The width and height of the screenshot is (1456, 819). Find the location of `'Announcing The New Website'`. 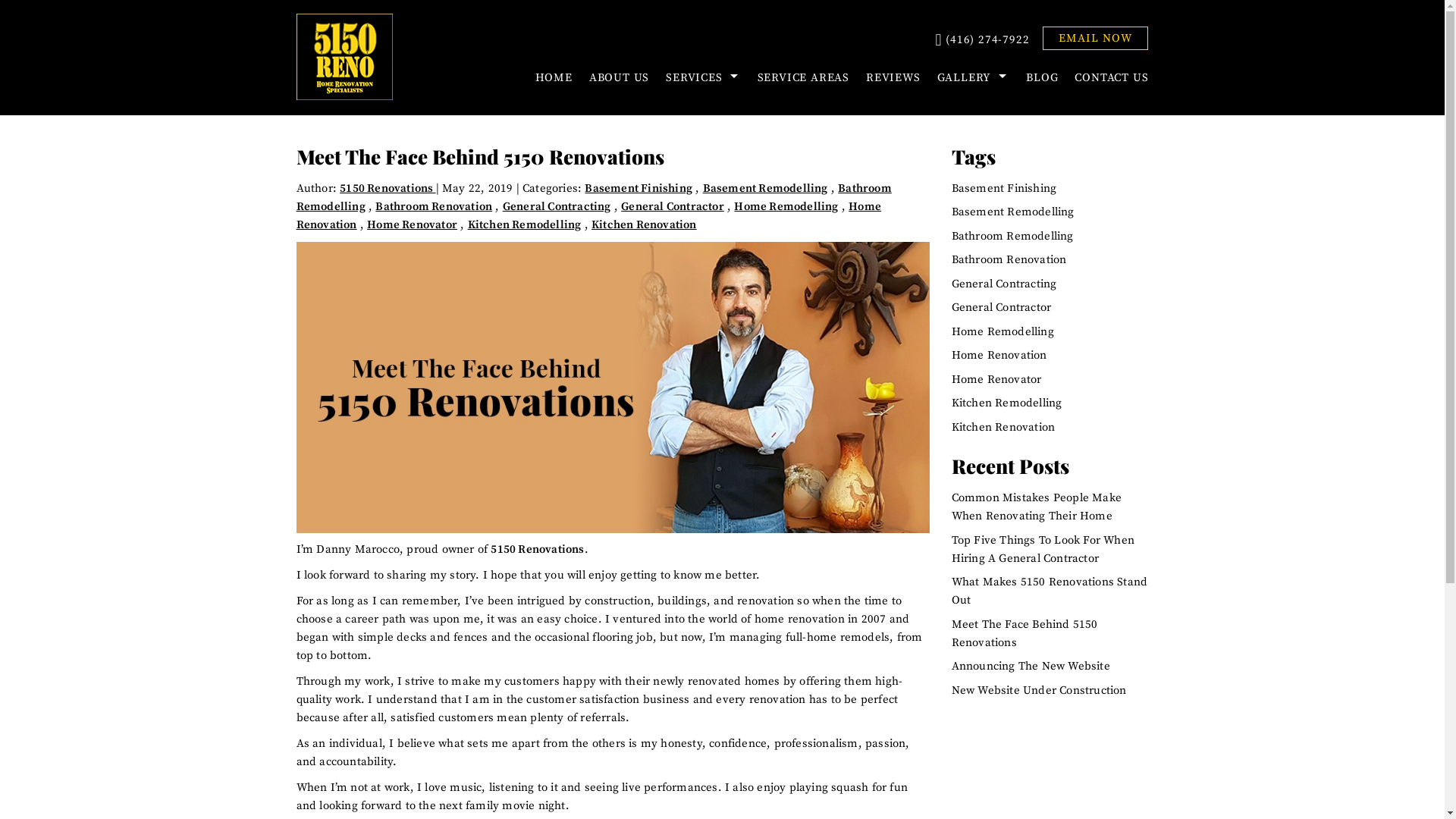

'Announcing The New Website' is located at coordinates (1031, 665).